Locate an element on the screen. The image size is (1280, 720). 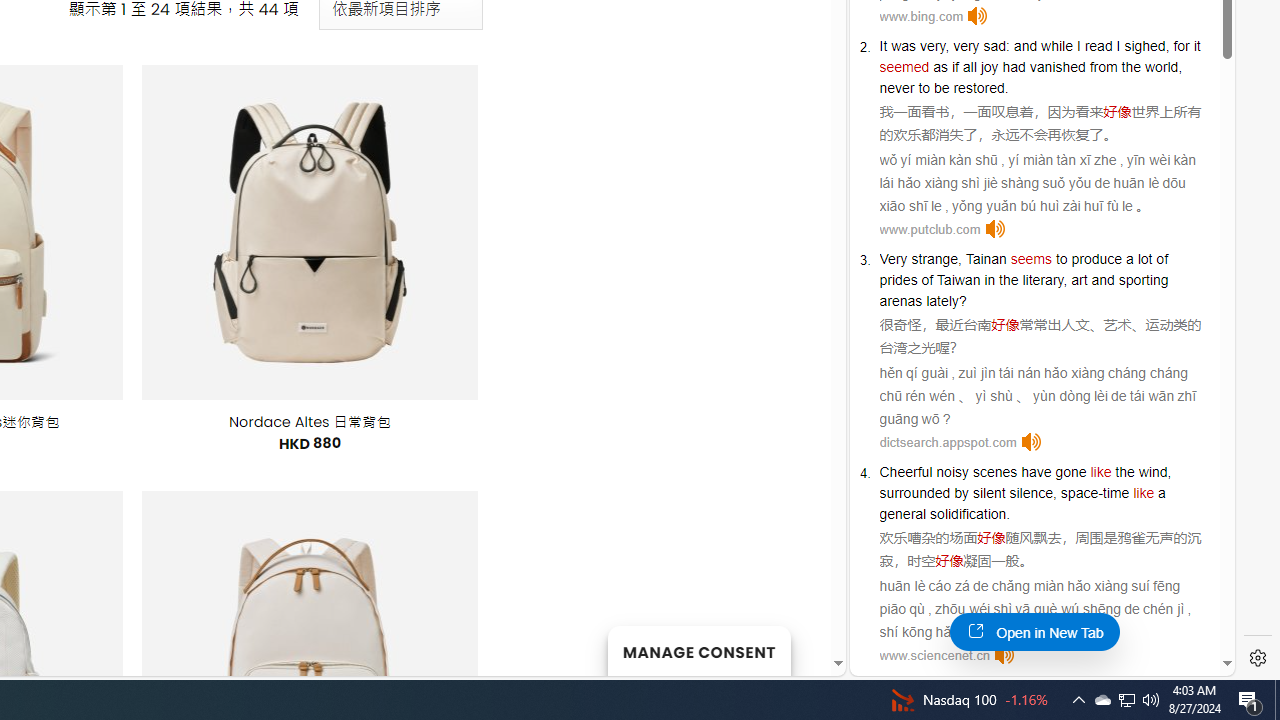
'Taiwan' is located at coordinates (957, 280).